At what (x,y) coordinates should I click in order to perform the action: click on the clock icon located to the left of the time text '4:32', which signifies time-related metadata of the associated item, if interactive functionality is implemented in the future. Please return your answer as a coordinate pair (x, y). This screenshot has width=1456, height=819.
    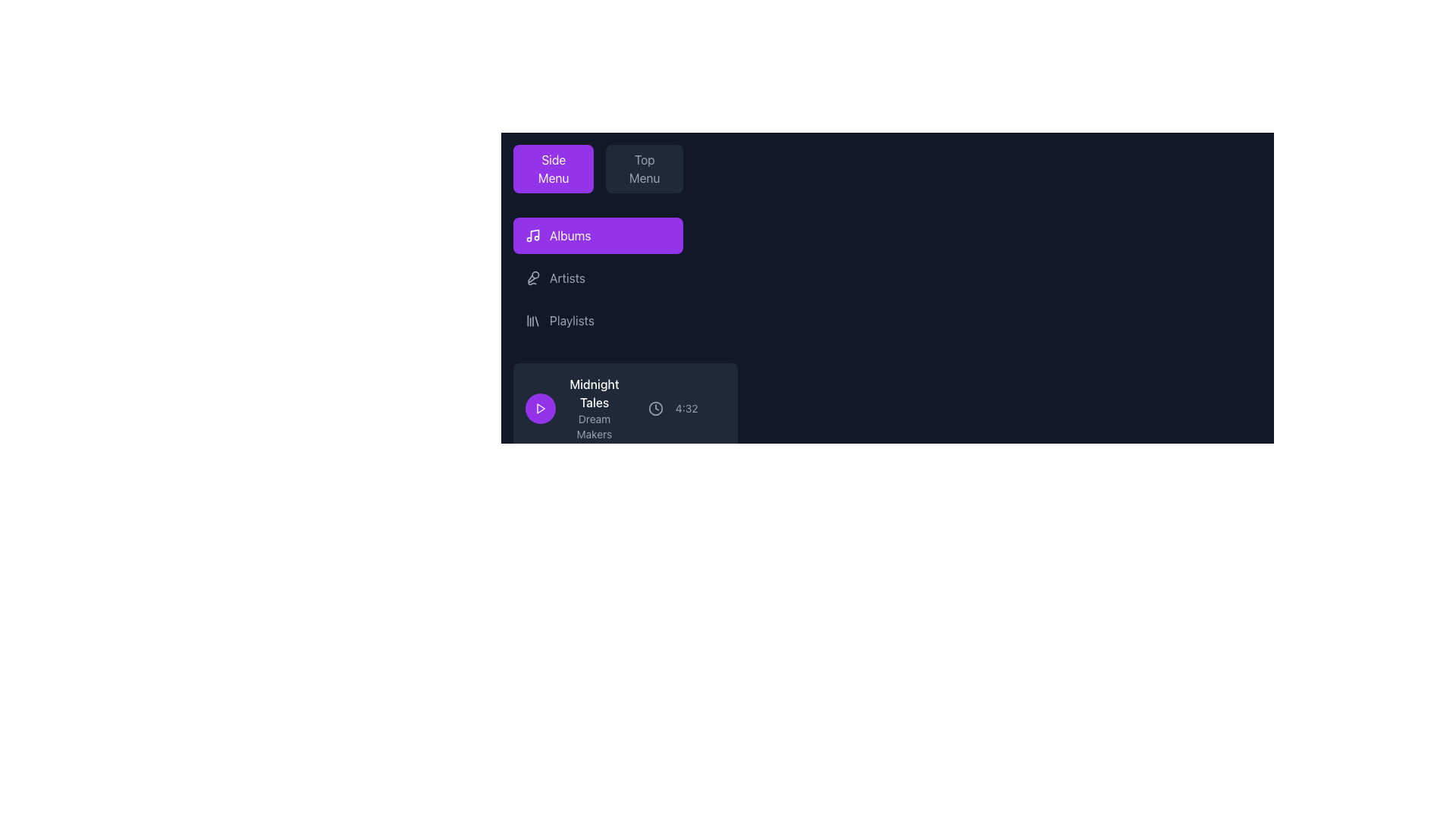
    Looking at the image, I should click on (655, 408).